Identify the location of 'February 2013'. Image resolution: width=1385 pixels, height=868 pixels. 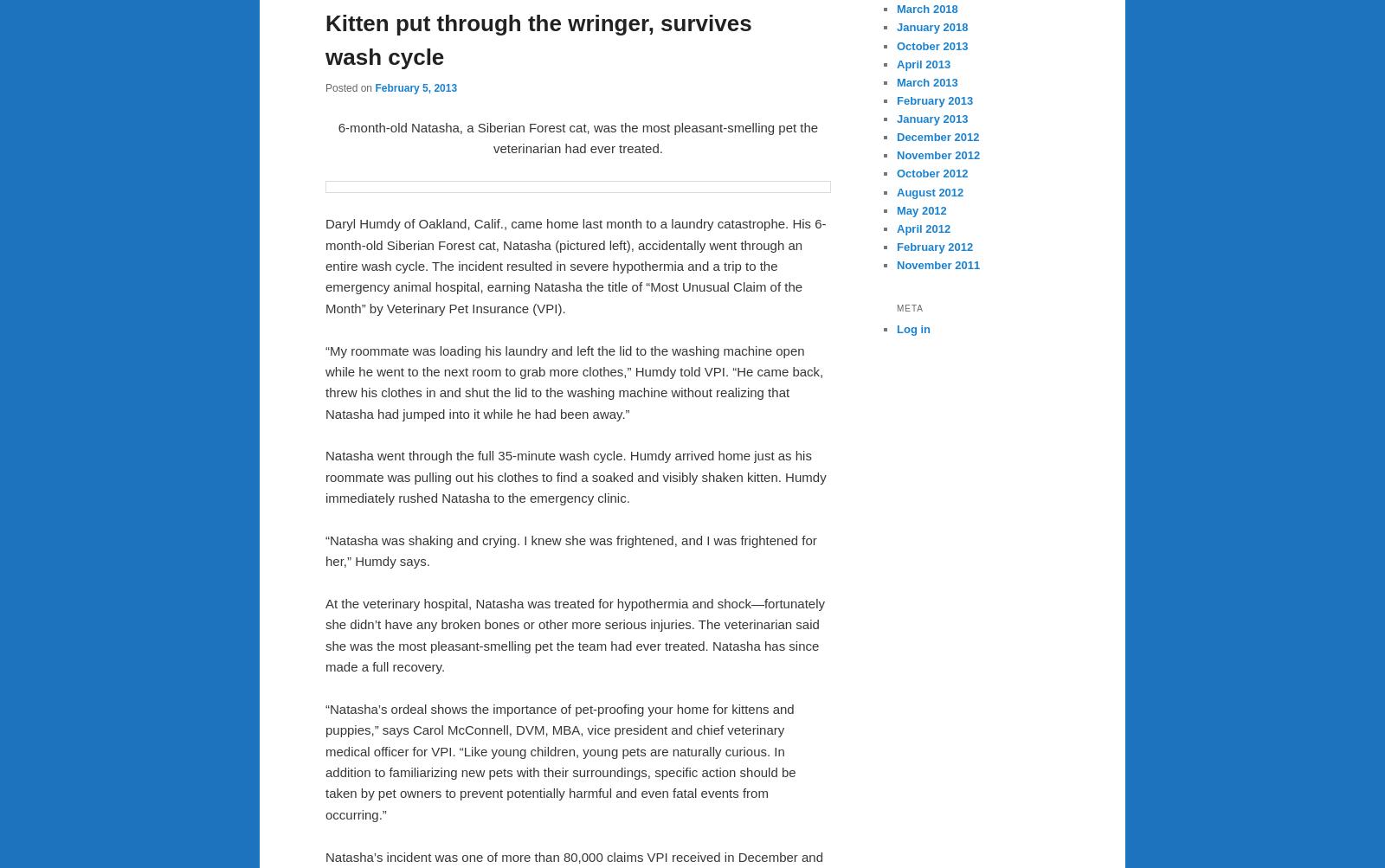
(897, 99).